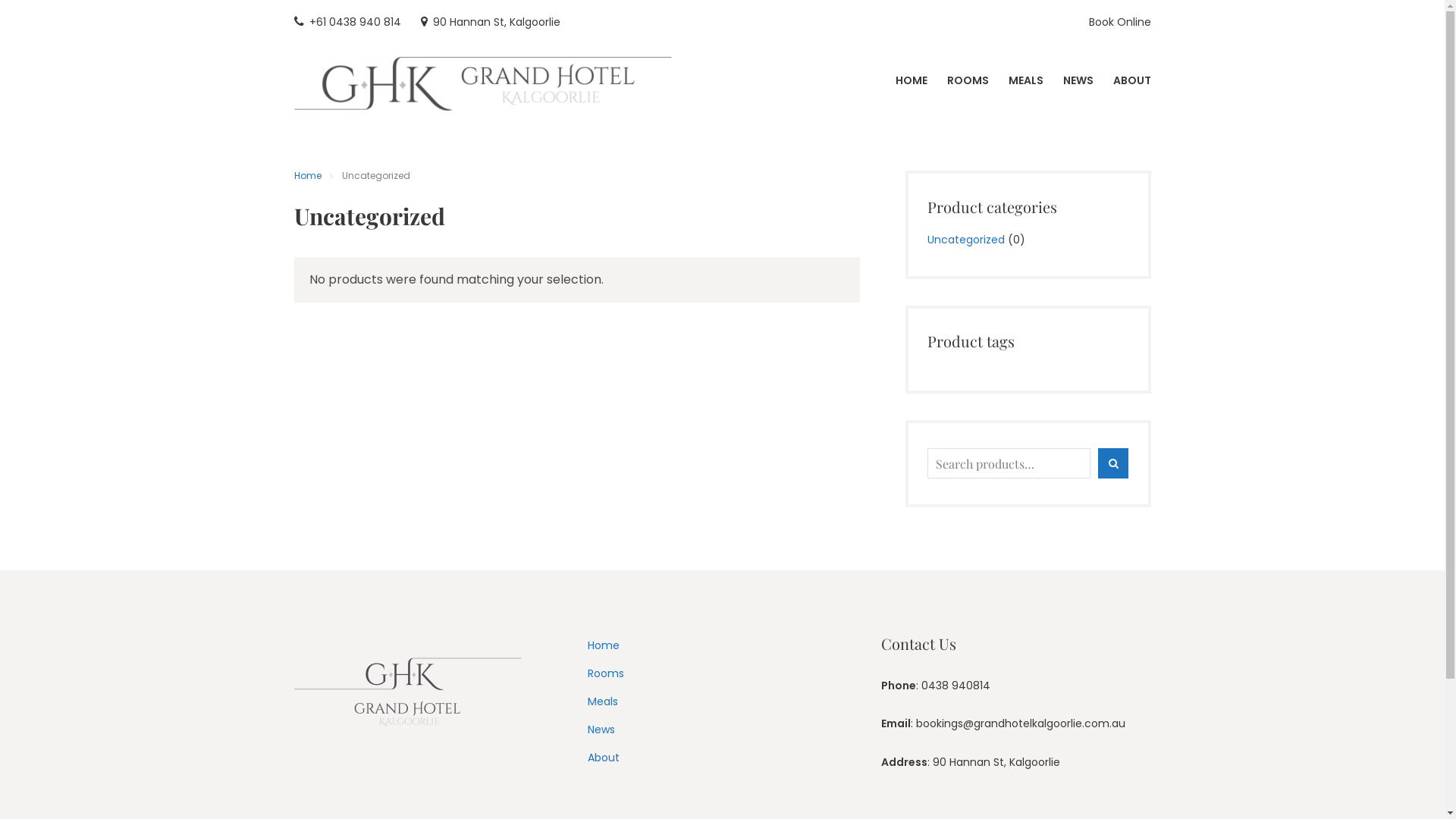 This screenshot has height=819, width=1456. What do you see at coordinates (895, 80) in the screenshot?
I see `'HOME'` at bounding box center [895, 80].